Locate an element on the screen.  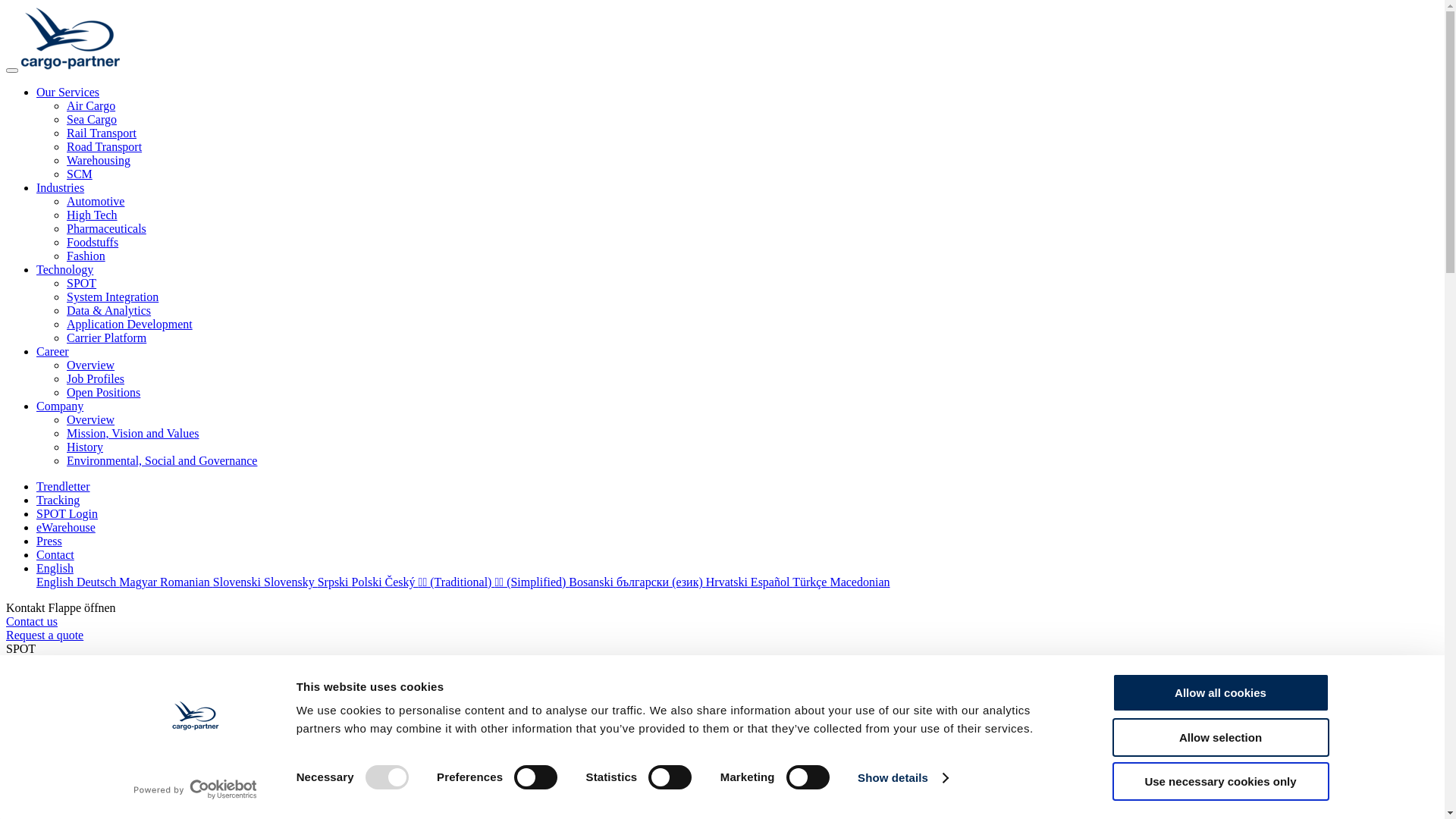
'Sea Cargo' is located at coordinates (90, 118).